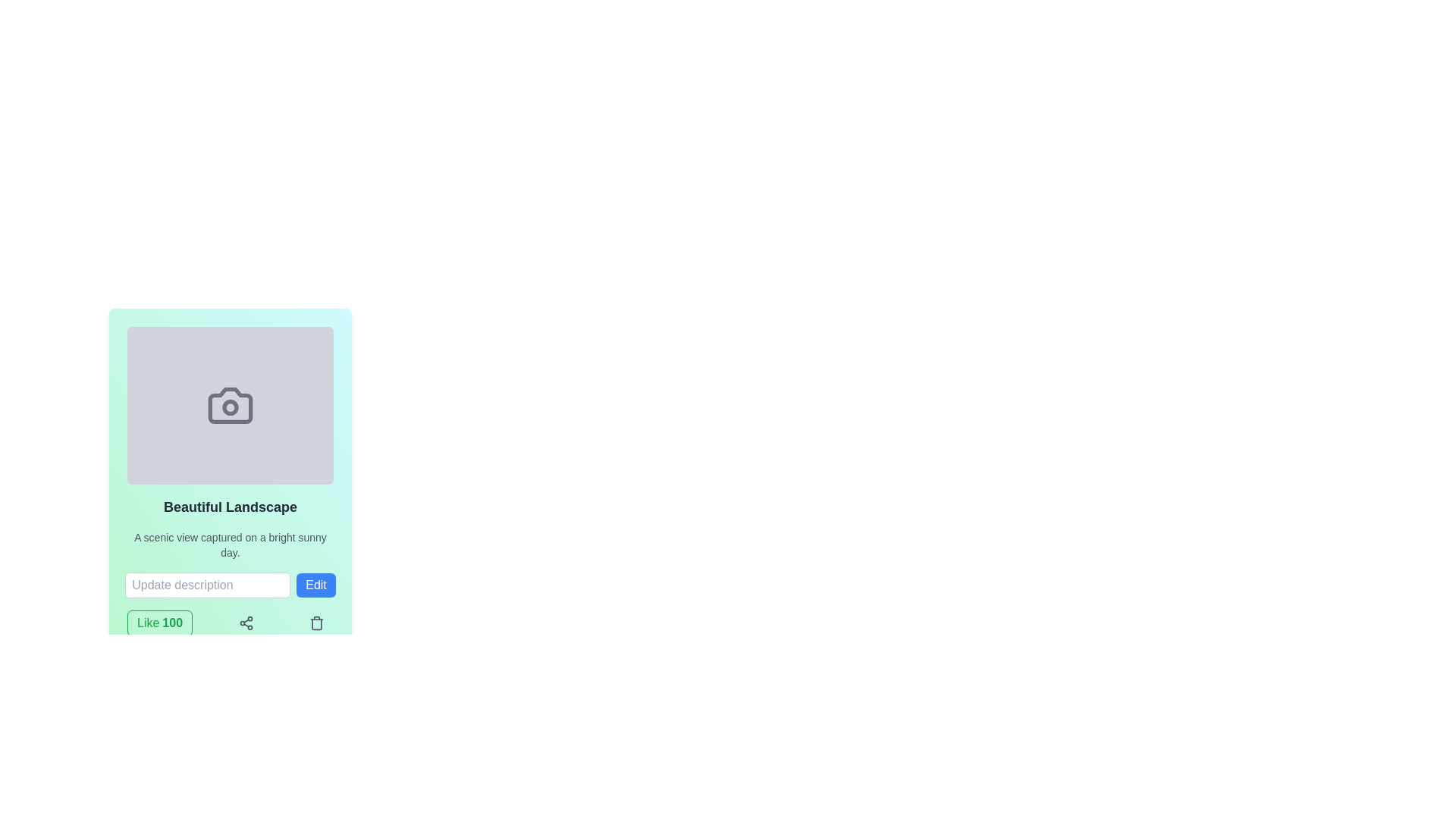  Describe the element at coordinates (172, 623) in the screenshot. I see `the static text element displaying the number of likes, which is located to the right of the 'Like' text in the bottom-left area of the interface` at that location.